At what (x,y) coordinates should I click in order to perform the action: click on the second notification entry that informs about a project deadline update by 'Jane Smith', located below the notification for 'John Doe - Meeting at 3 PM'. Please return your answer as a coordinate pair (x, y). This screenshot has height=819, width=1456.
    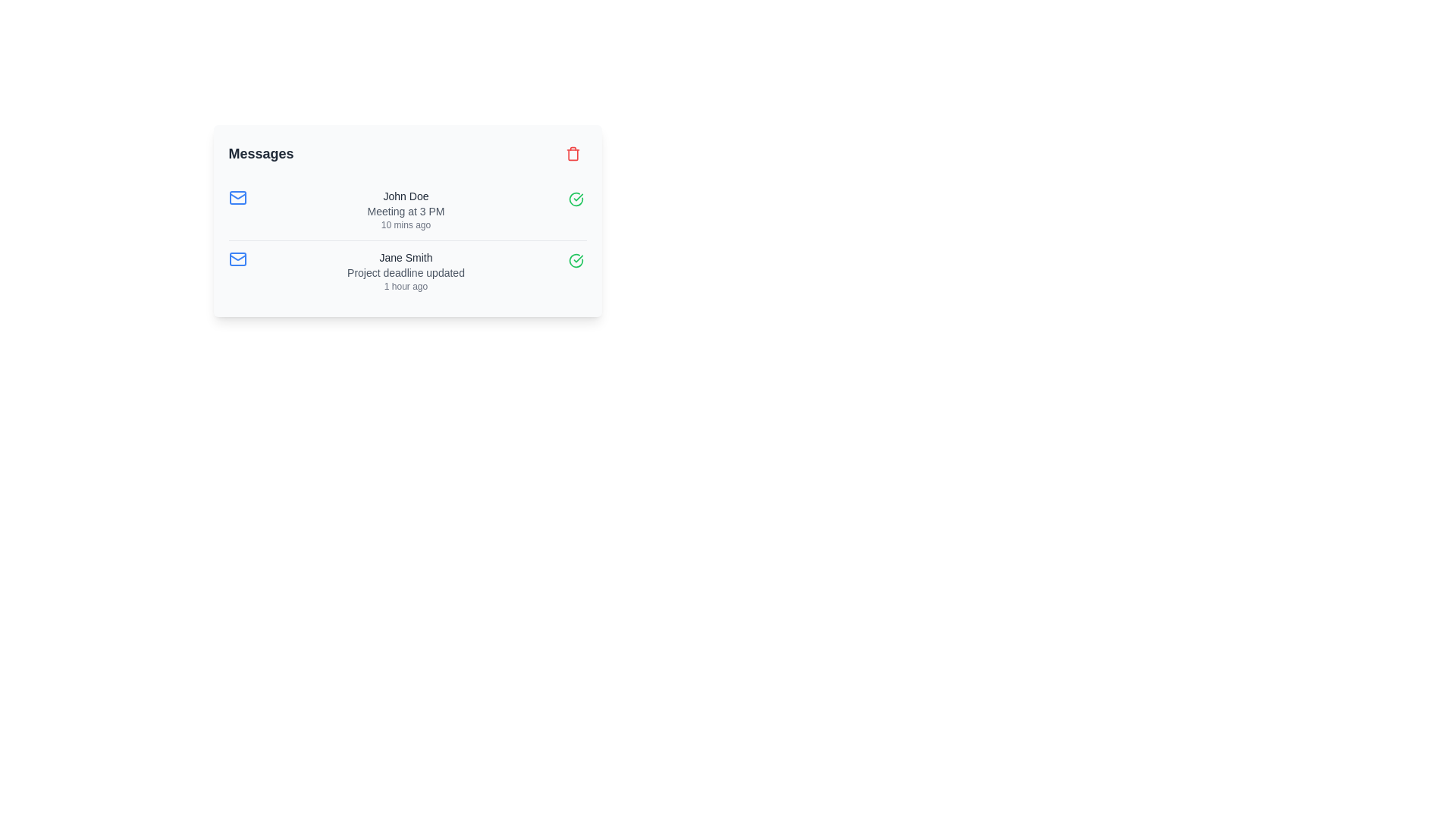
    Looking at the image, I should click on (407, 270).